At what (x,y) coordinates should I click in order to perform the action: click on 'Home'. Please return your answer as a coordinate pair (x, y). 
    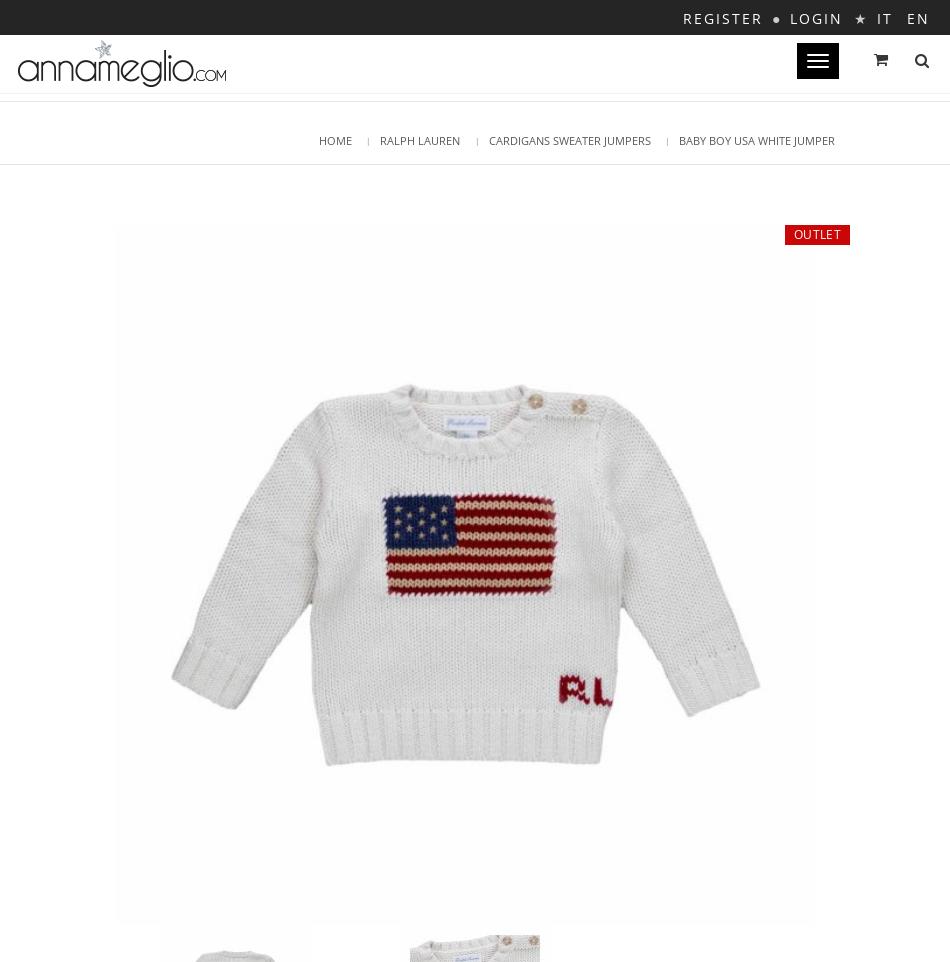
    Looking at the image, I should click on (334, 139).